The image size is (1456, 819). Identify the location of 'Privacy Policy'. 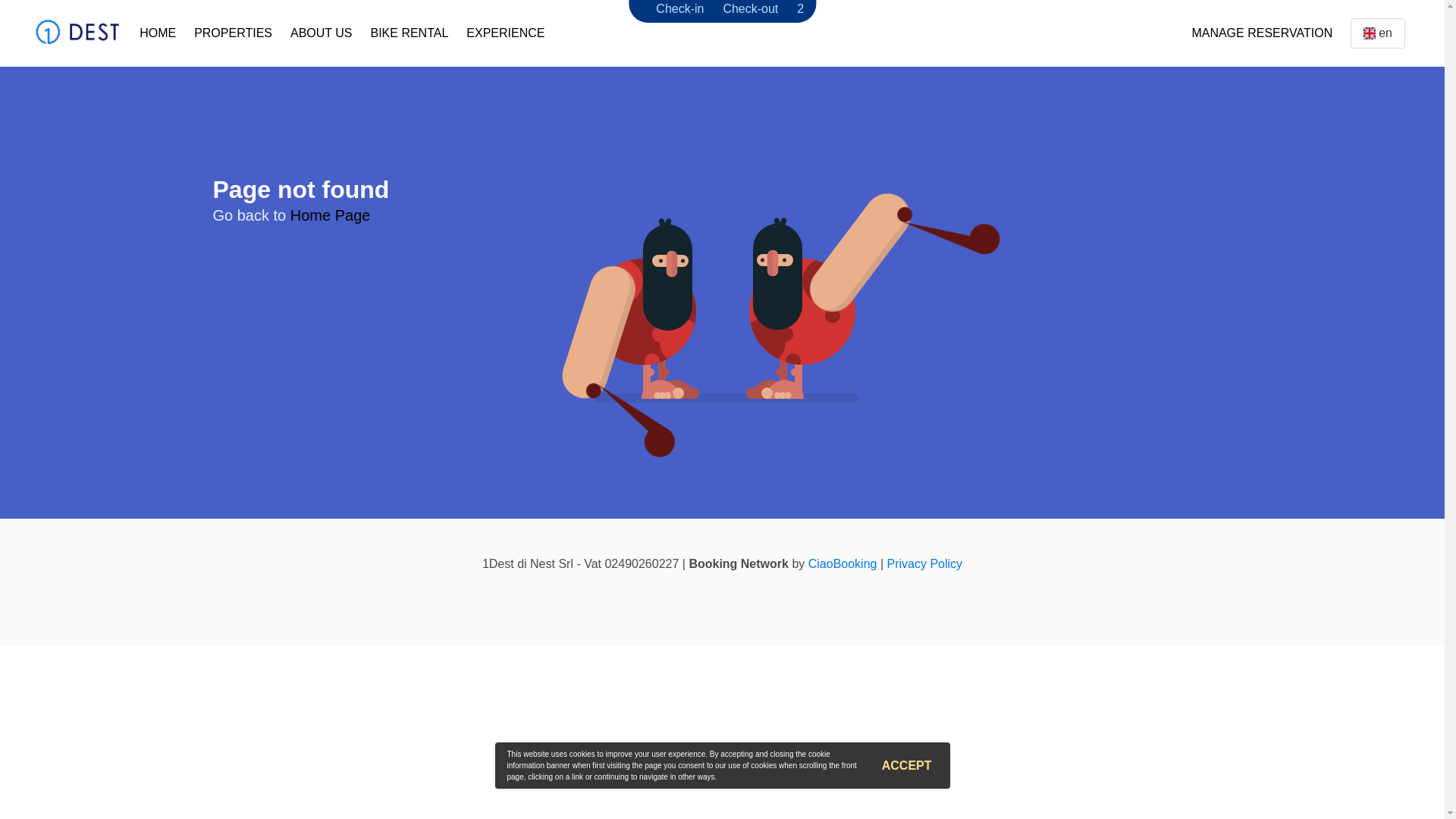
(924, 563).